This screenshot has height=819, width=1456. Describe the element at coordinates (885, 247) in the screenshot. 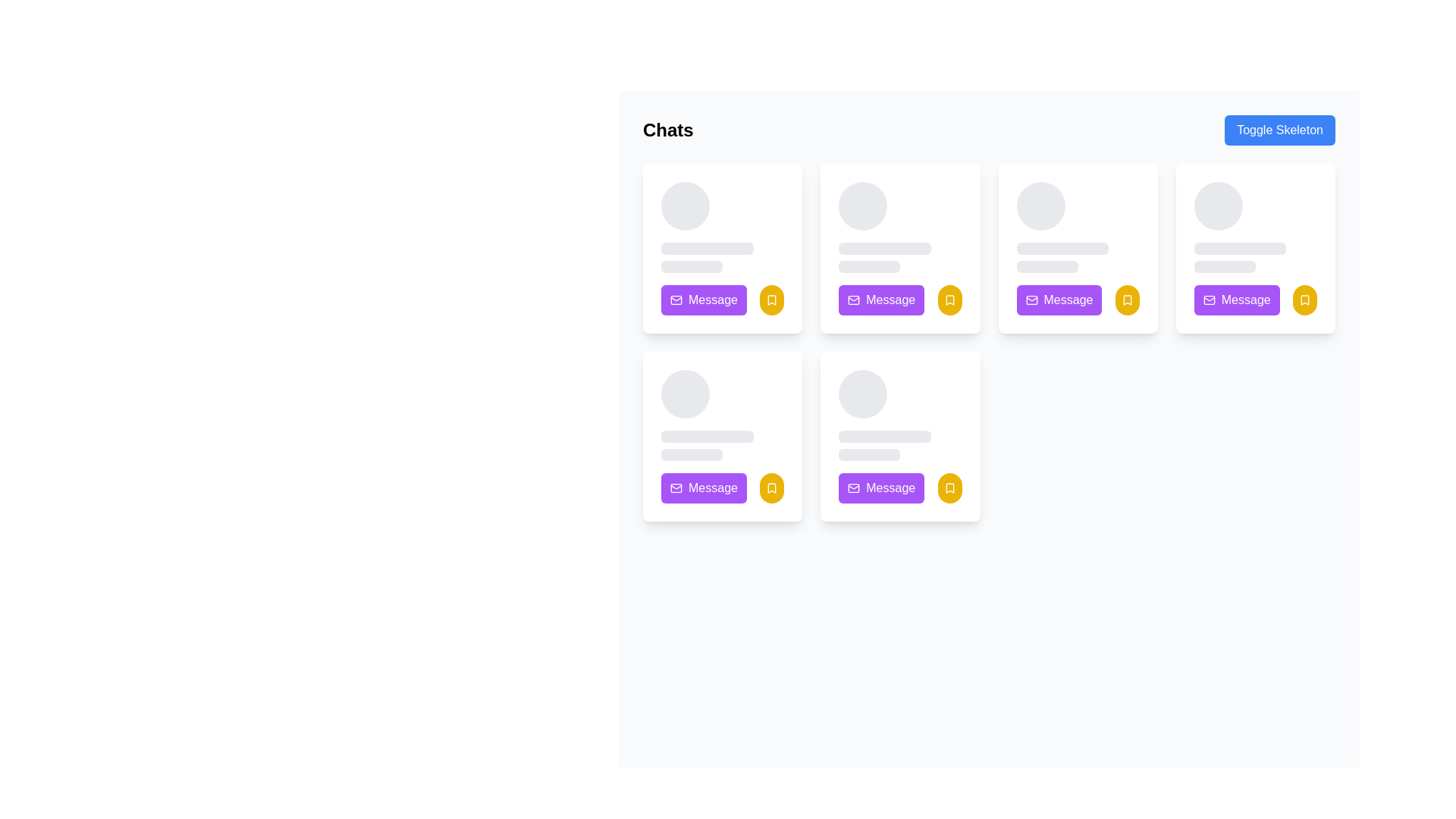

I see `the light gray horizontal placeholder bar located between the profile picture and the gray bar below, above the purple 'Message' button and yellow bookmark icon` at that location.